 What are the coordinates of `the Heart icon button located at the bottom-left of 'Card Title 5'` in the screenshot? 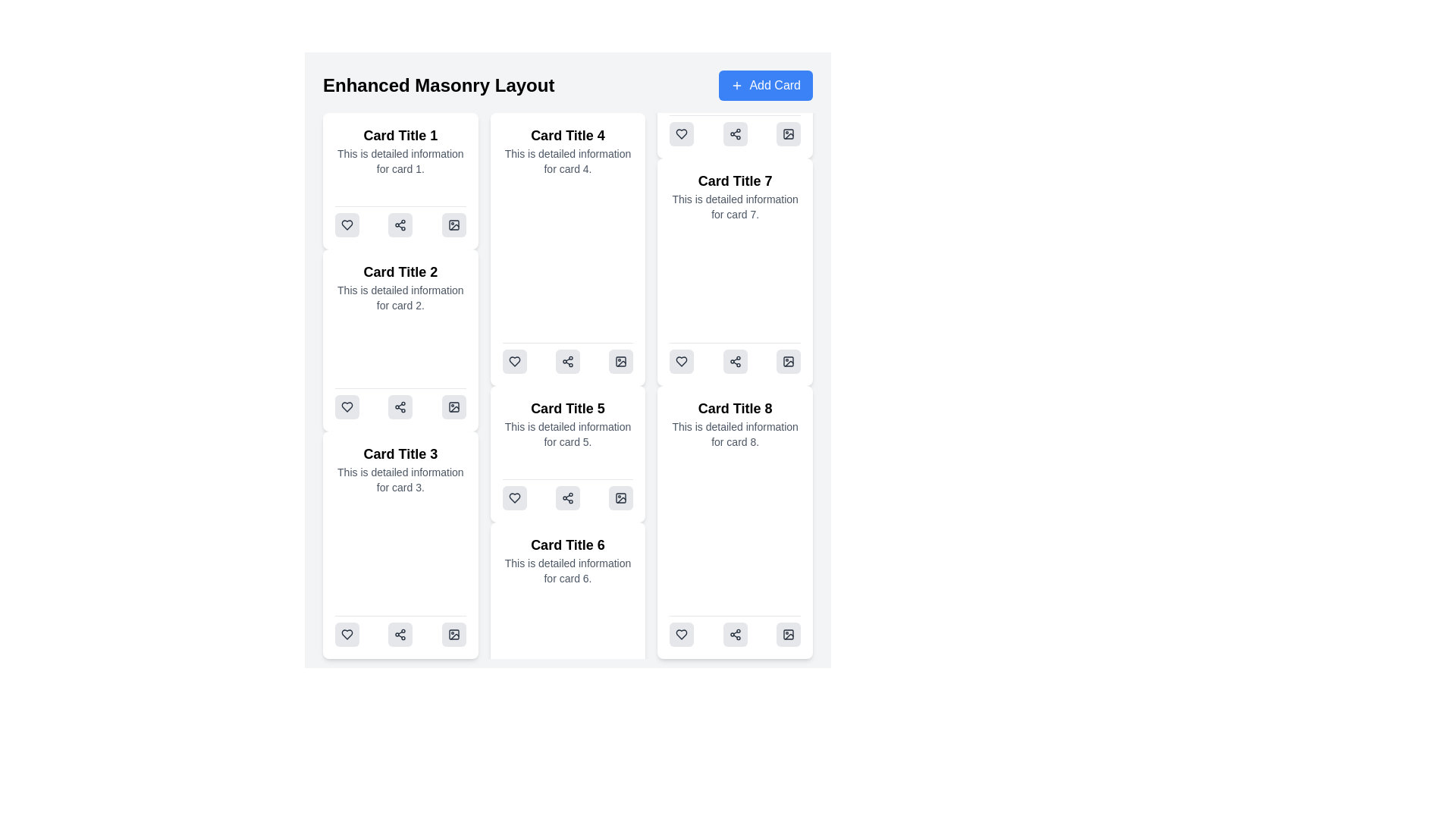 It's located at (514, 362).